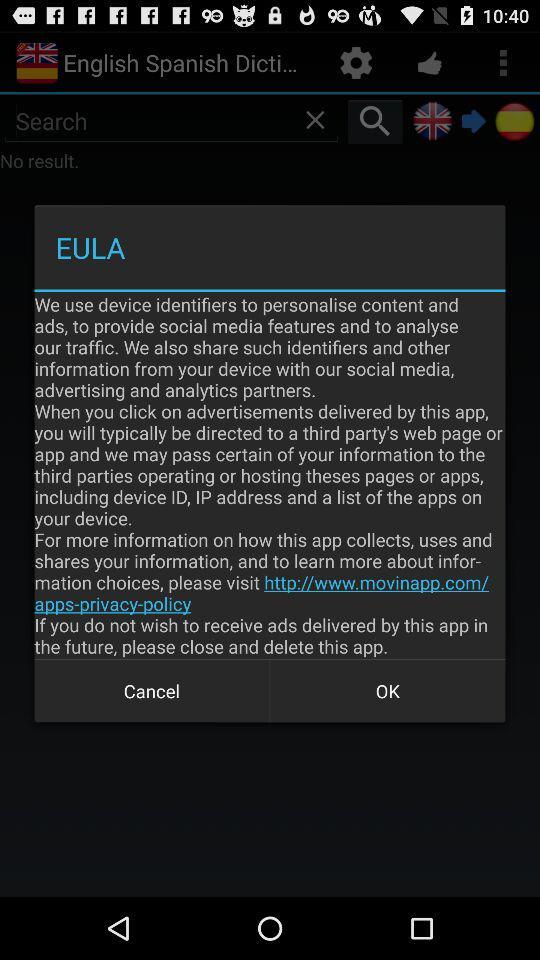 This screenshot has height=960, width=540. I want to click on we use device at the center, so click(270, 475).